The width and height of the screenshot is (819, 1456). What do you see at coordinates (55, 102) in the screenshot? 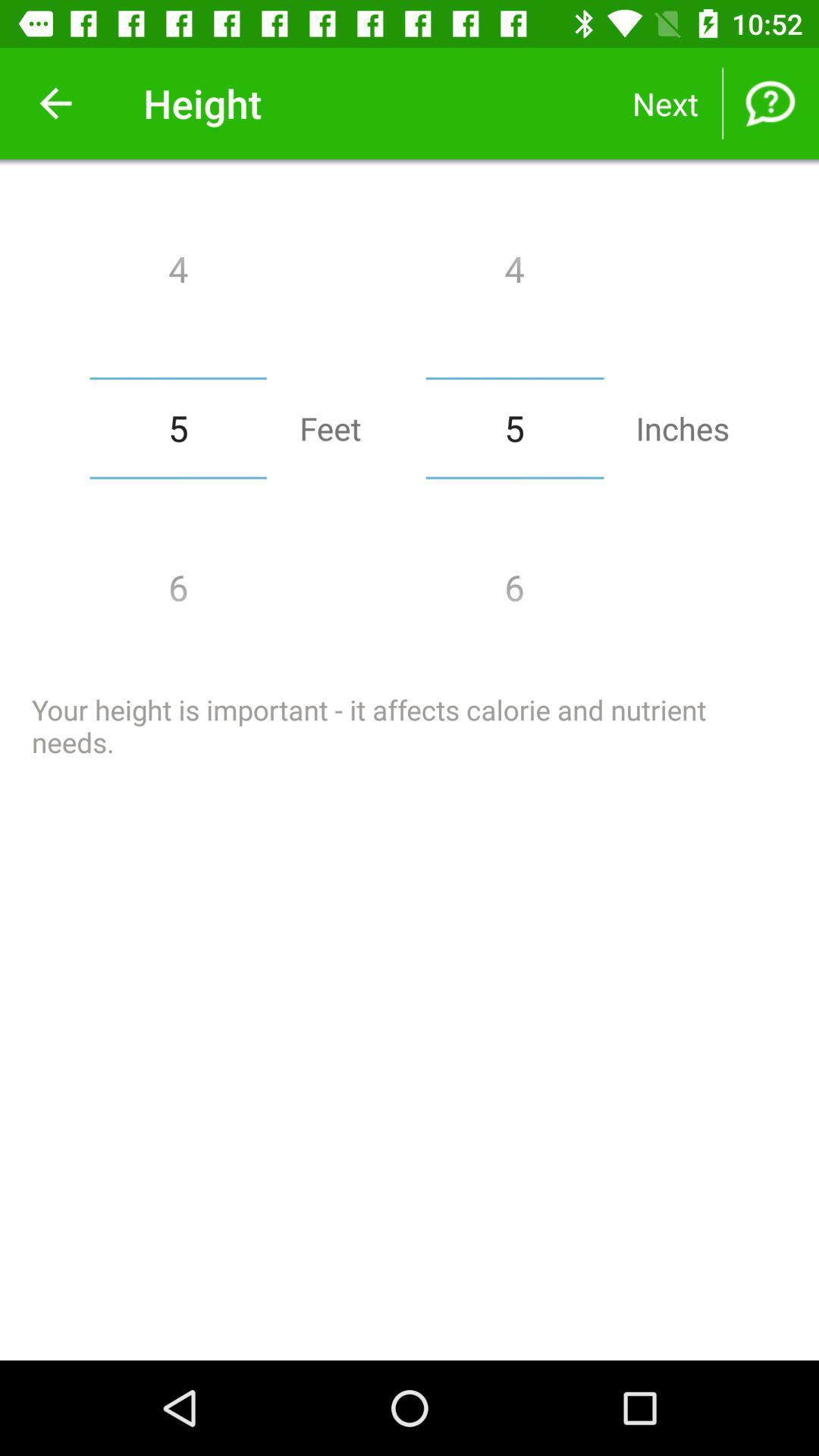
I see `icon next to the height` at bounding box center [55, 102].